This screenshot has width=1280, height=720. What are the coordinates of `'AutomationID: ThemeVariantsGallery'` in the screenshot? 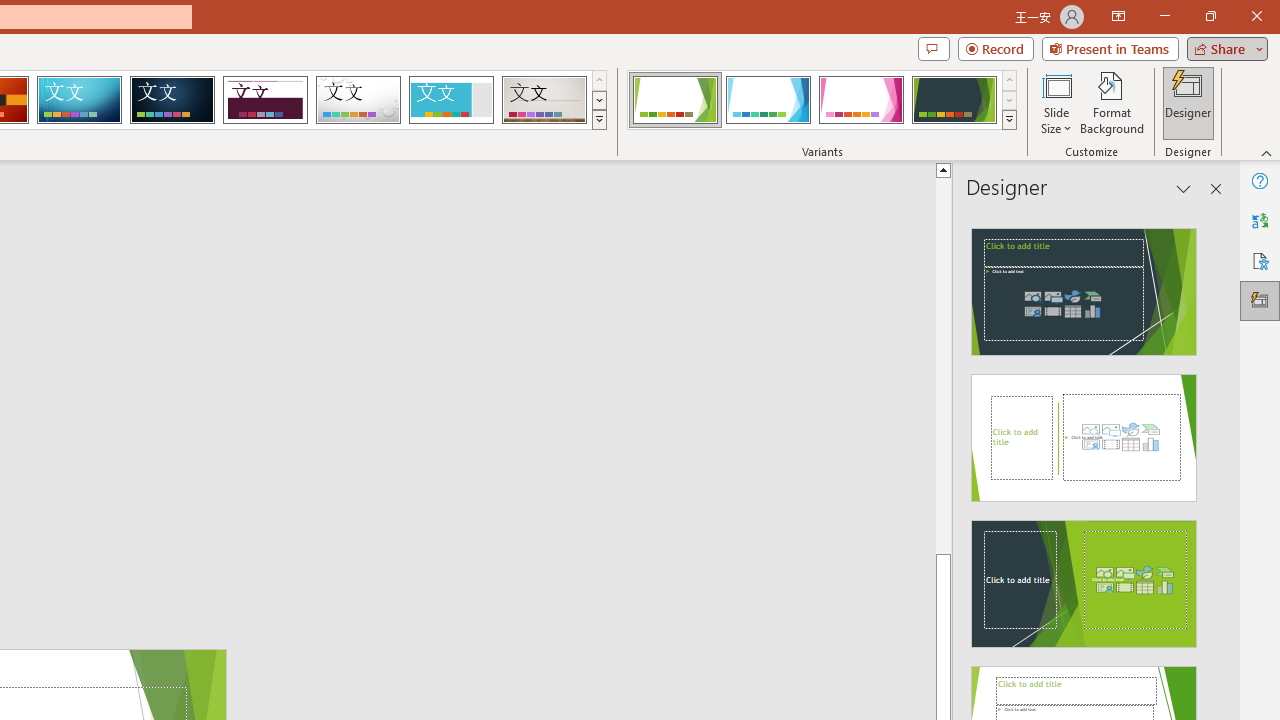 It's located at (823, 100).